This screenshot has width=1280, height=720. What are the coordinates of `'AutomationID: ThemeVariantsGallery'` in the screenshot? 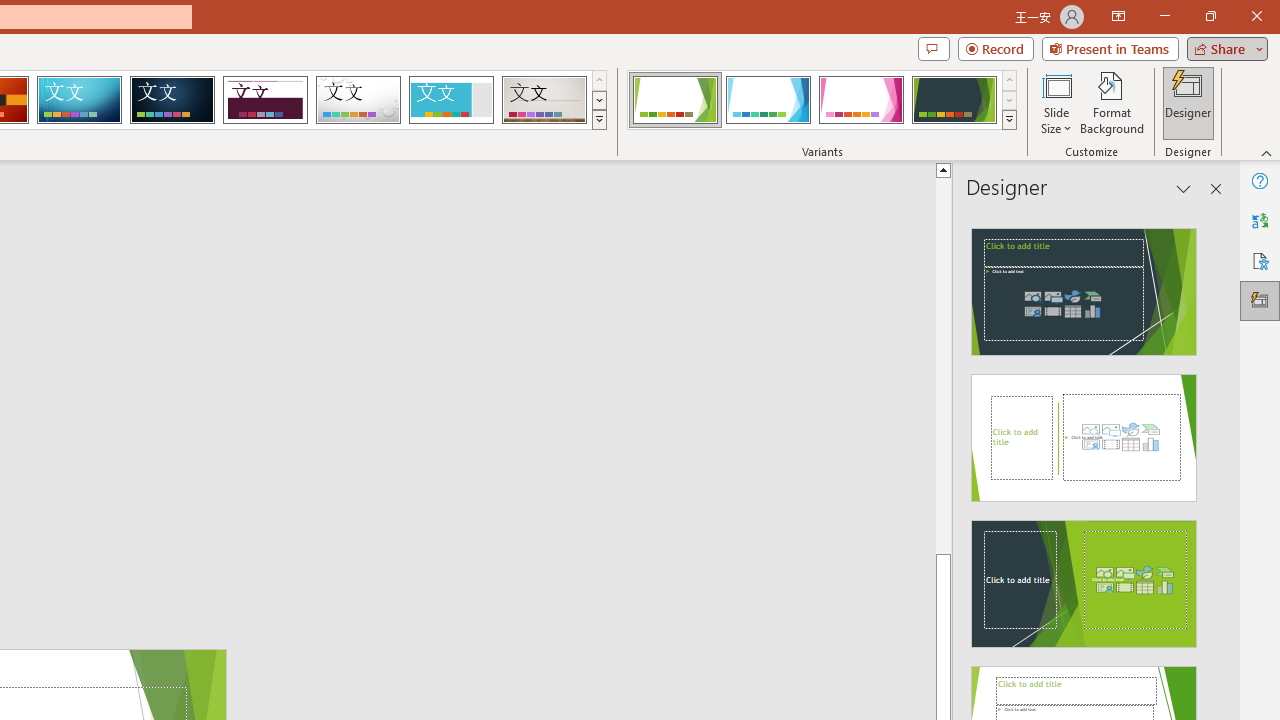 It's located at (823, 100).